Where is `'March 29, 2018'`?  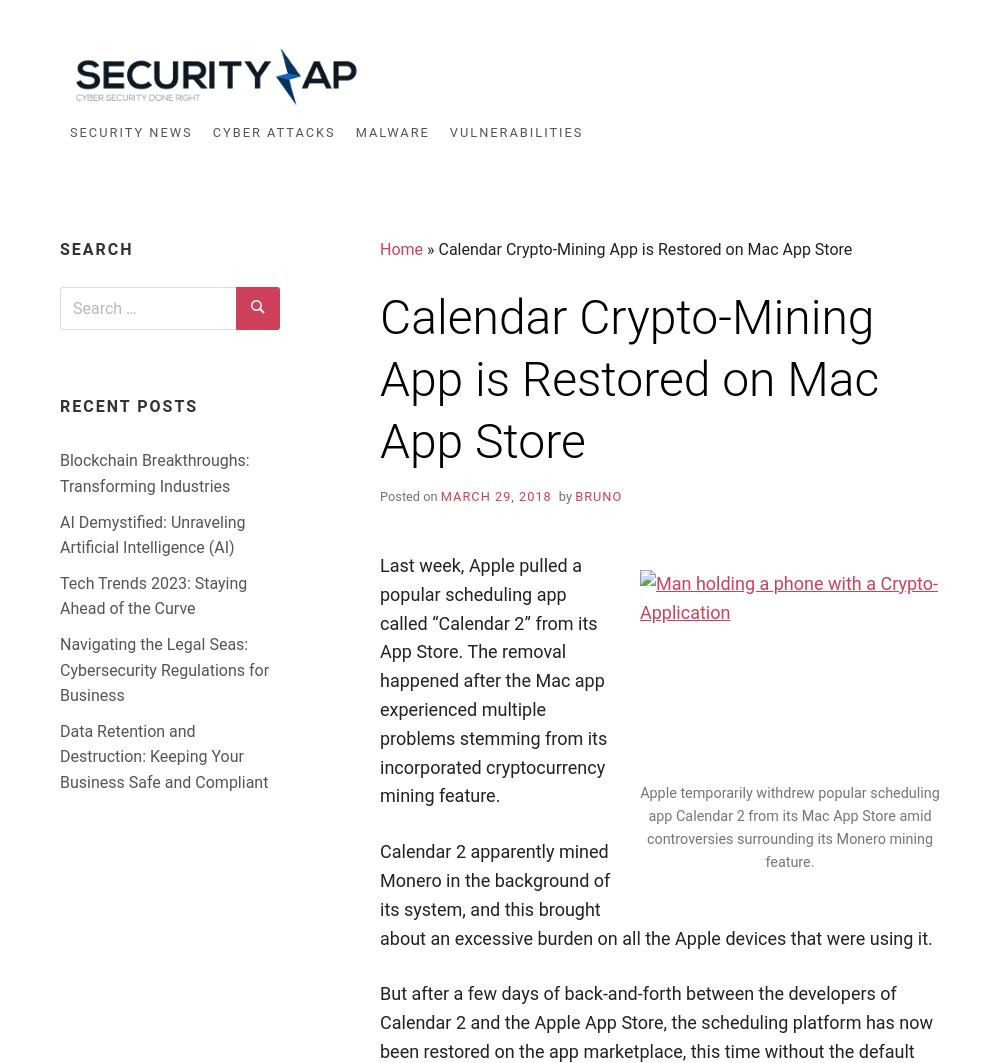 'March 29, 2018' is located at coordinates (494, 495).